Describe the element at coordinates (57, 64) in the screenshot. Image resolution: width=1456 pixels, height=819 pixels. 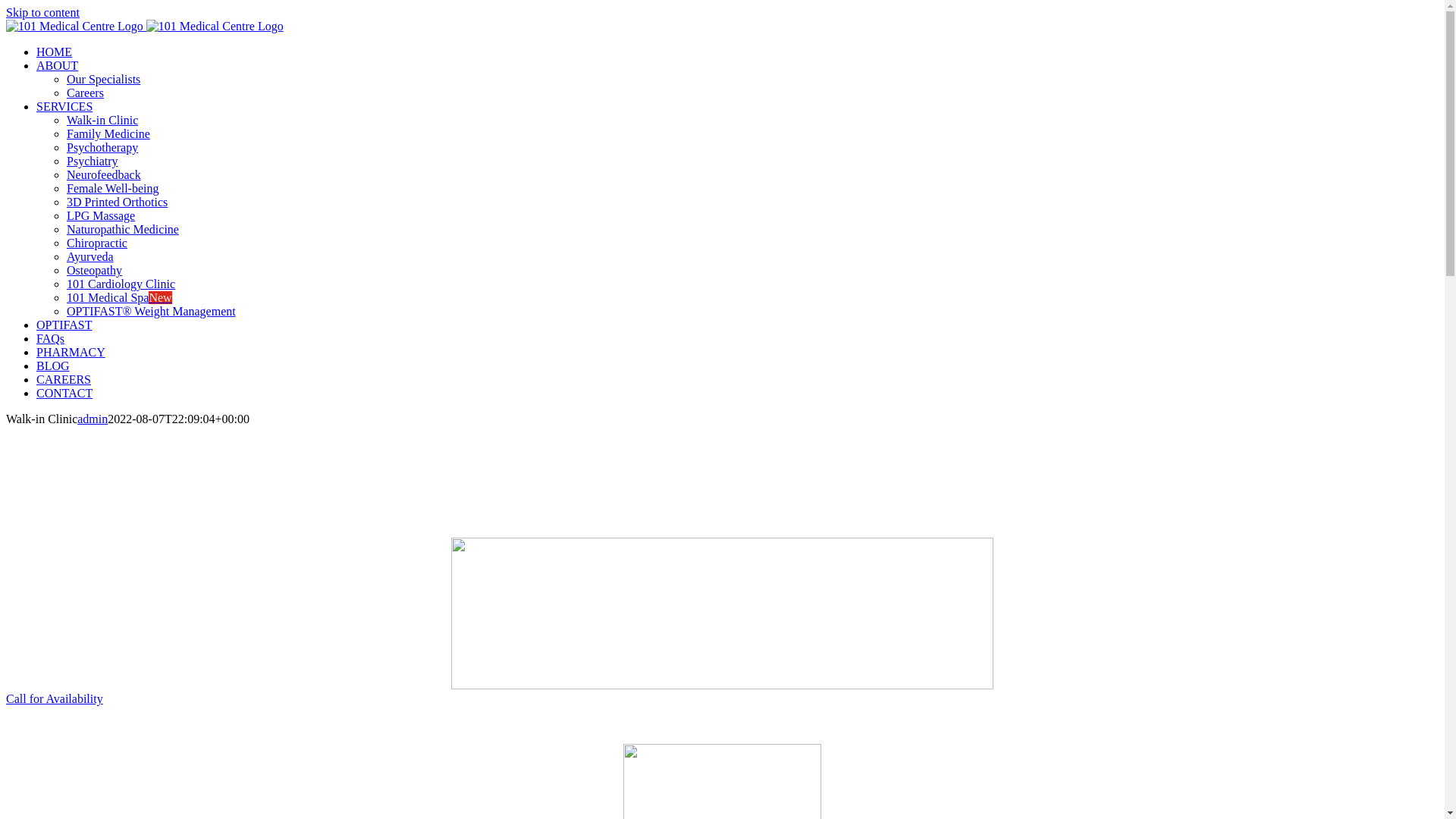
I see `'ABOUT'` at that location.